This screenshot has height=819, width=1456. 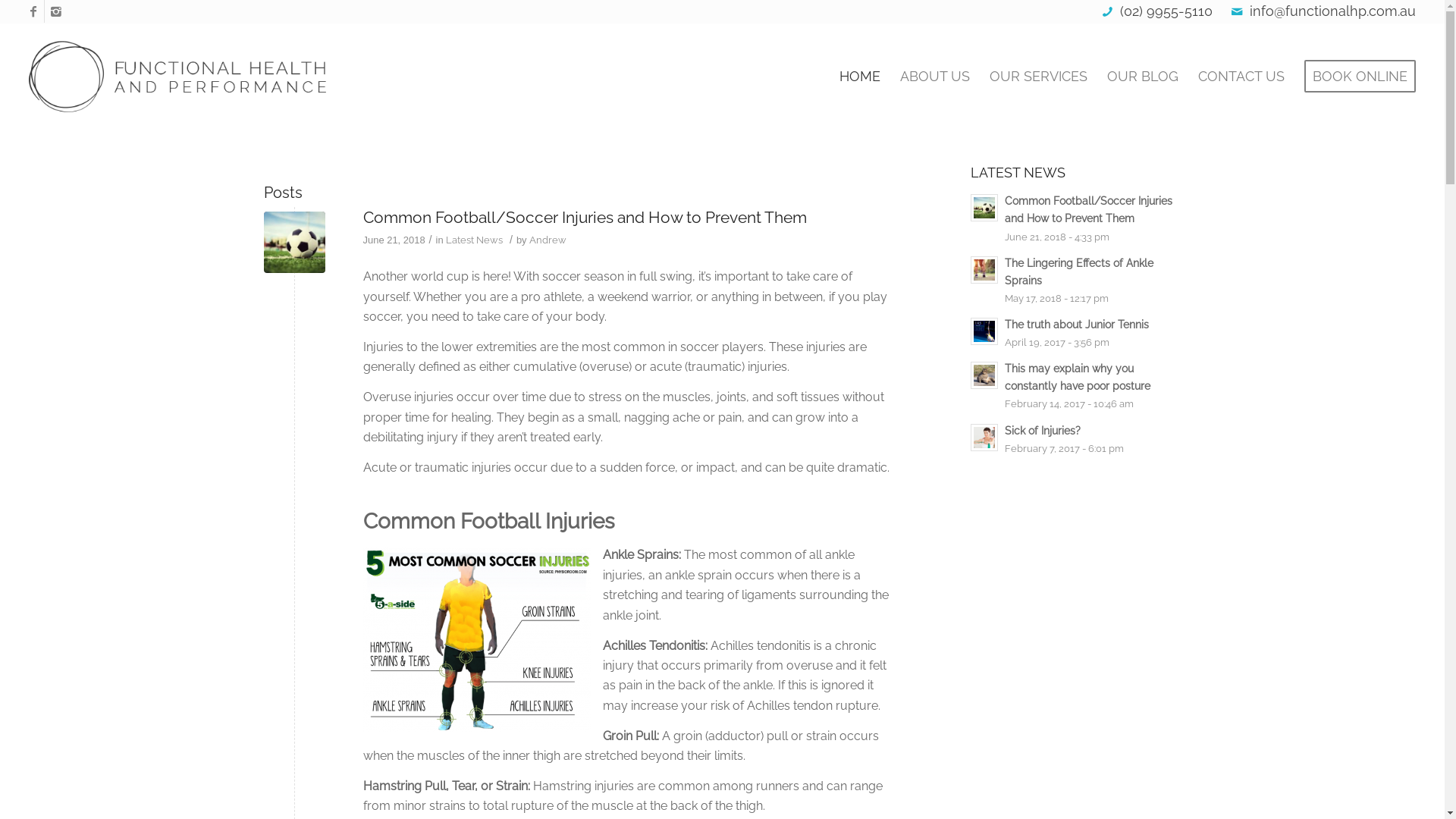 What do you see at coordinates (1075, 332) in the screenshot?
I see `'The truth about Junior Tennis` at bounding box center [1075, 332].